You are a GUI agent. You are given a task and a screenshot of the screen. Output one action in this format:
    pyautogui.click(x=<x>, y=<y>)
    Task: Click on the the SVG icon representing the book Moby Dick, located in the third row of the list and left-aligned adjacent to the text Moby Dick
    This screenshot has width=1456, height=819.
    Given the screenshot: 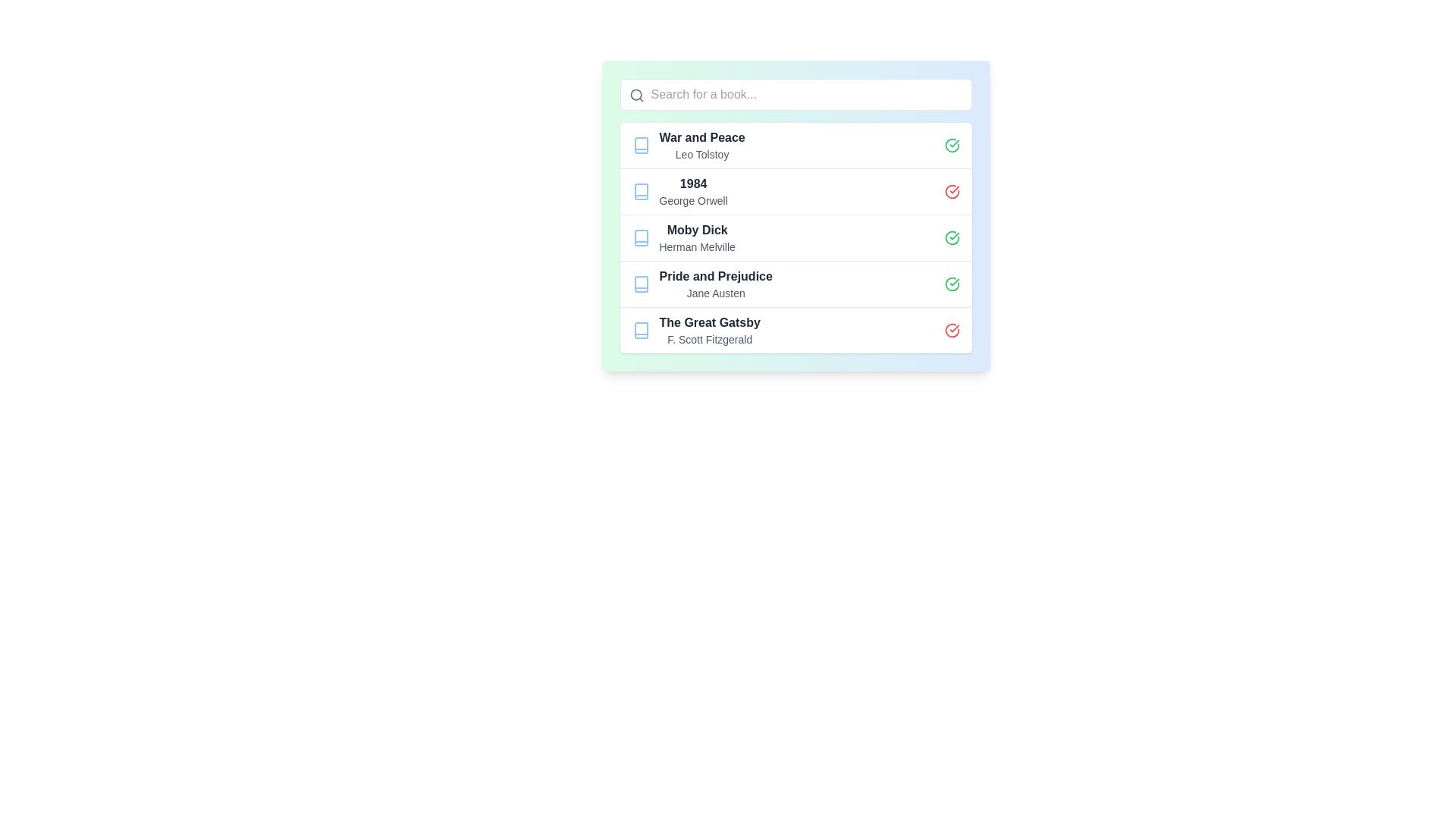 What is the action you would take?
    pyautogui.click(x=641, y=237)
    